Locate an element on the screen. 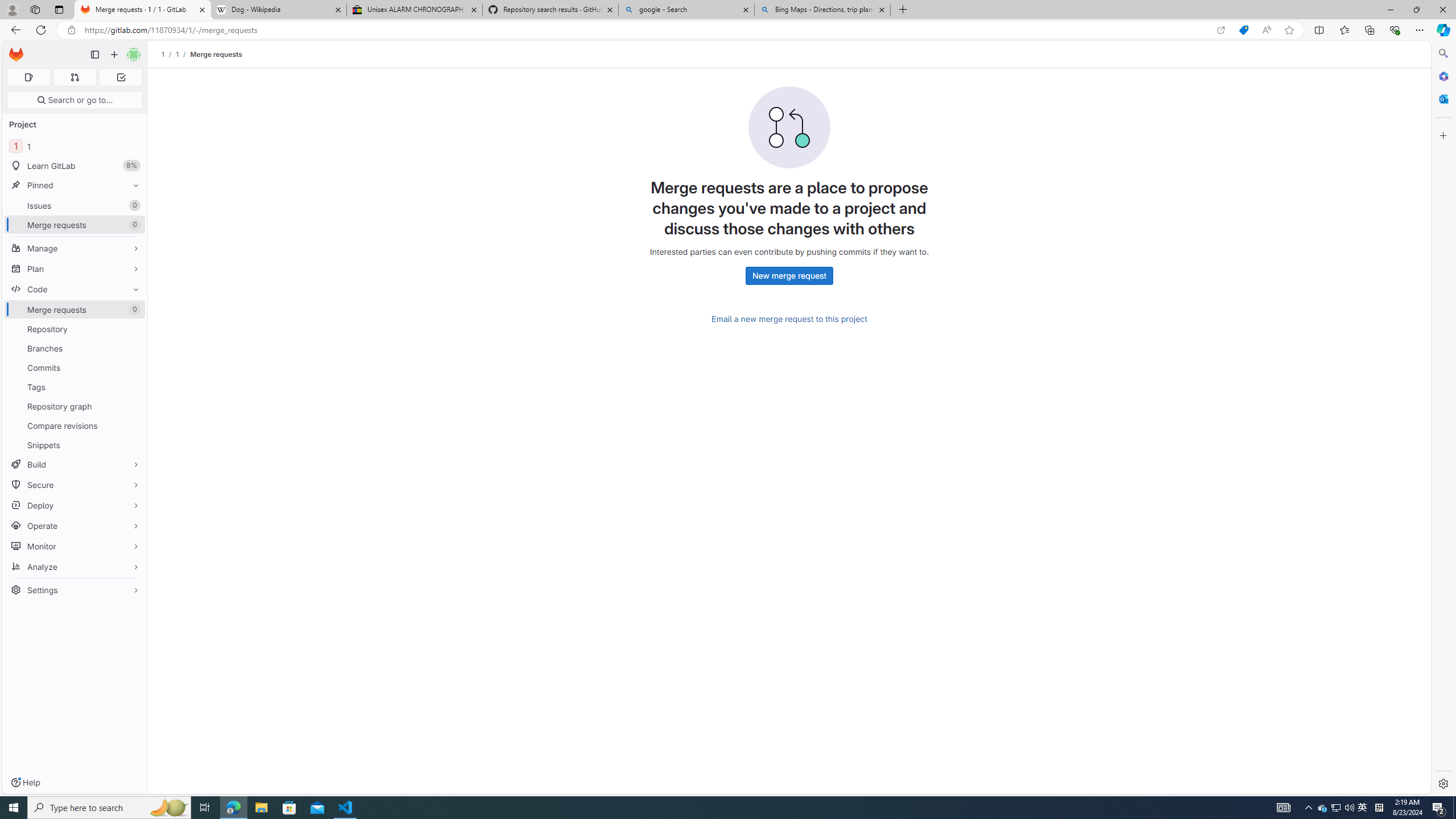 Image resolution: width=1456 pixels, height=819 pixels. 'Build' is located at coordinates (74, 464).